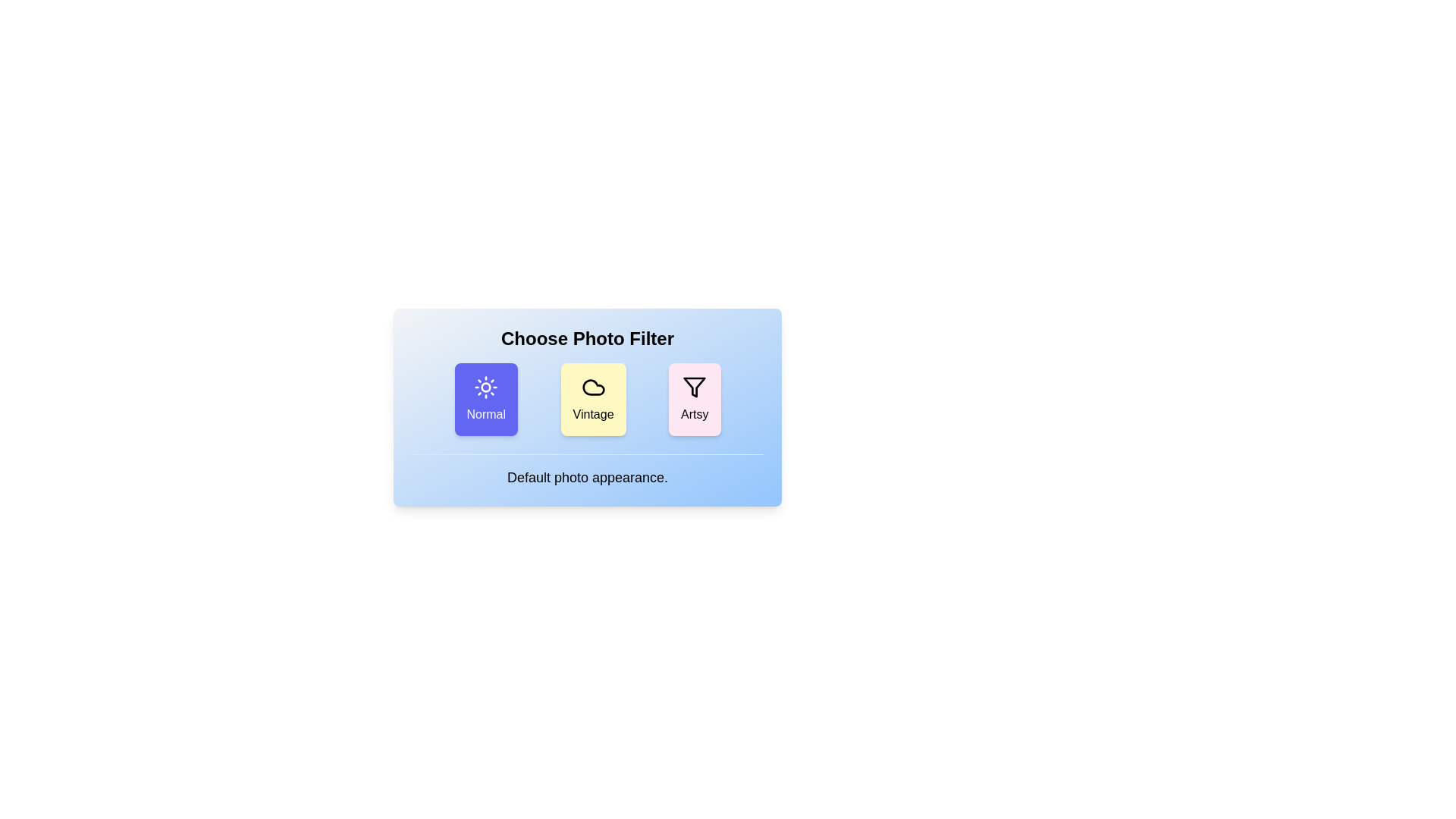  What do you see at coordinates (694, 399) in the screenshot?
I see `the filter button labeled Artsy` at bounding box center [694, 399].